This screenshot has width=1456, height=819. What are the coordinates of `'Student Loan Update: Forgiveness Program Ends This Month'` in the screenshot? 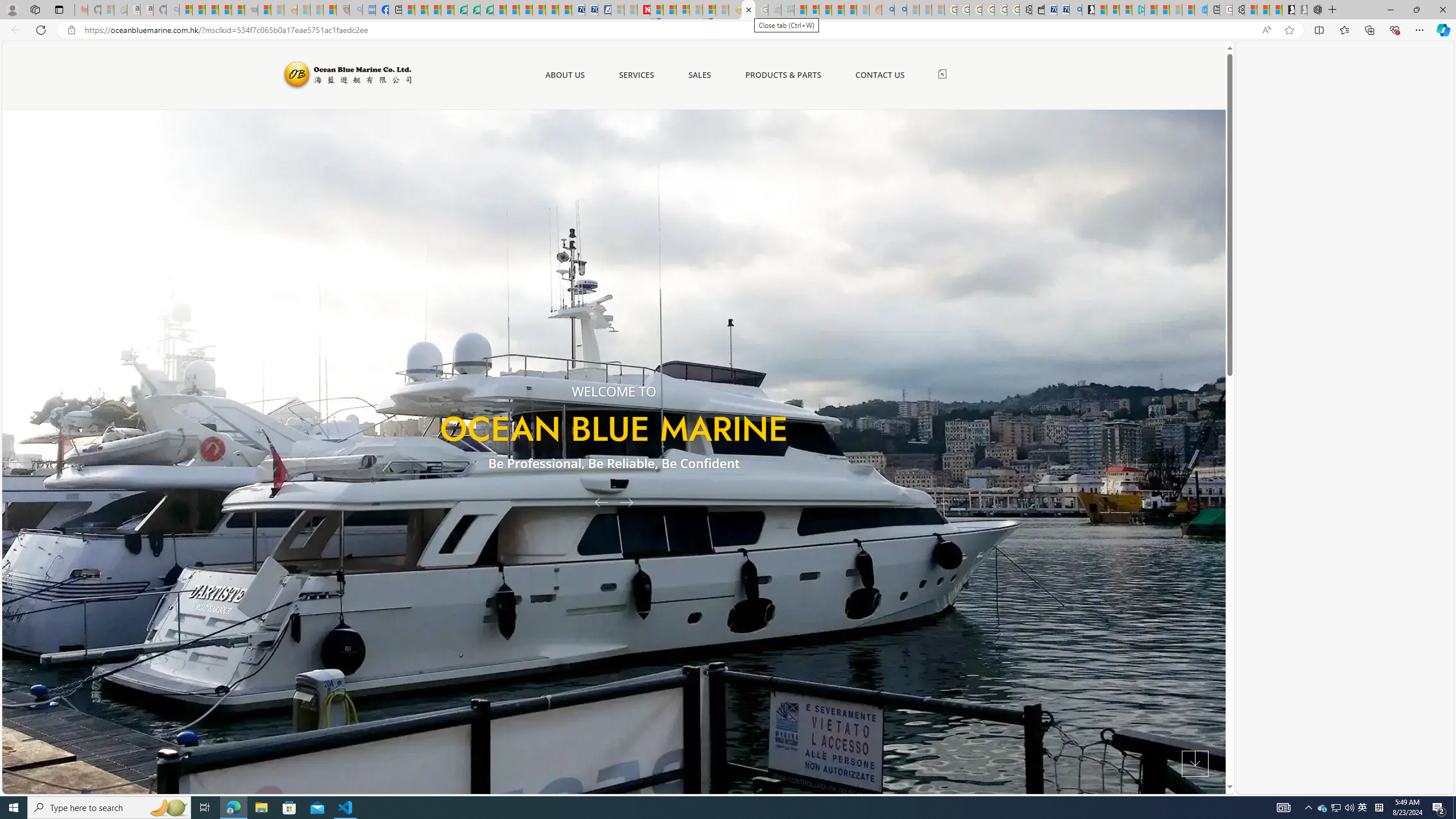 It's located at (851, 9).